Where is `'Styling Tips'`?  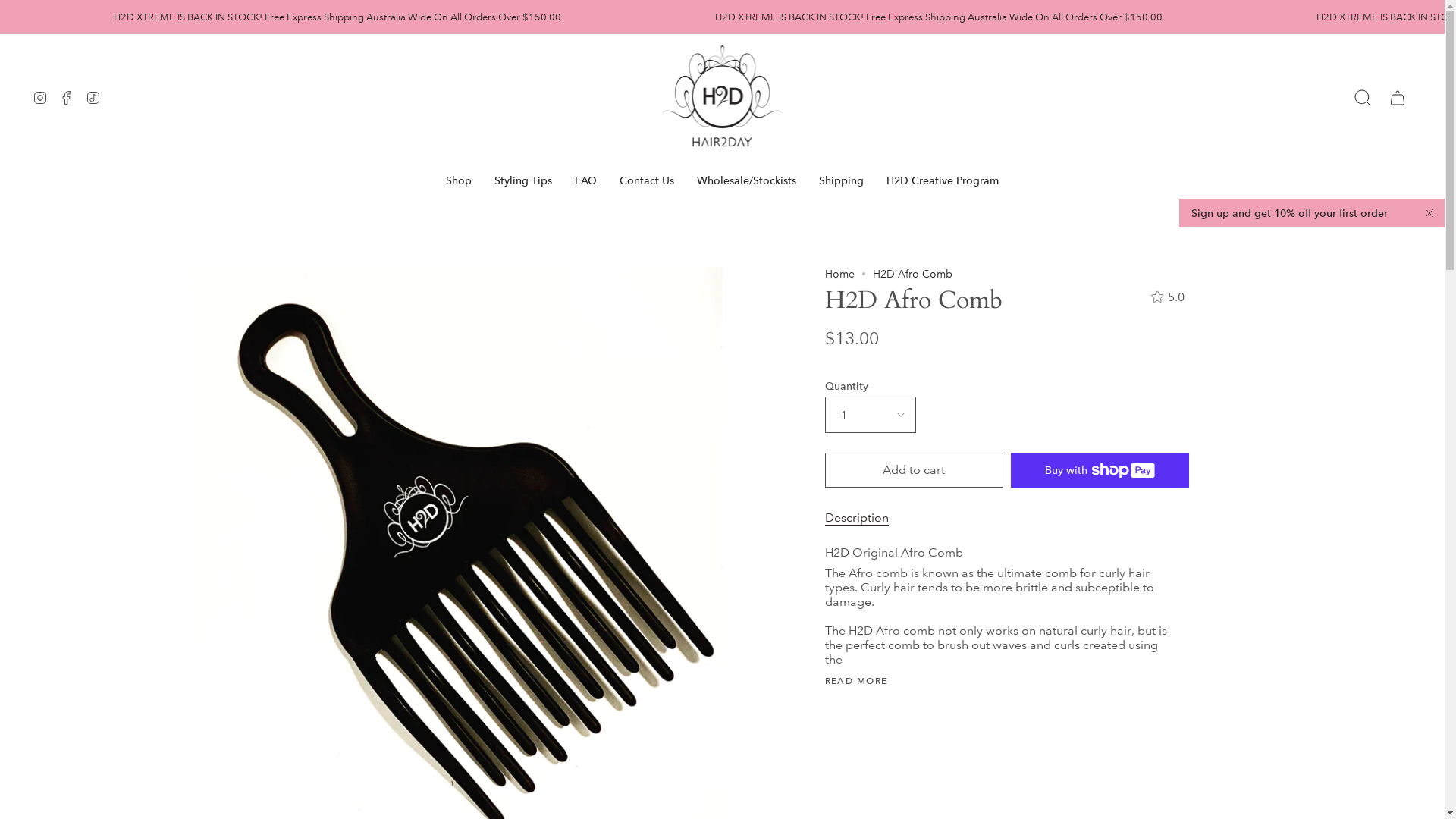 'Styling Tips' is located at coordinates (523, 180).